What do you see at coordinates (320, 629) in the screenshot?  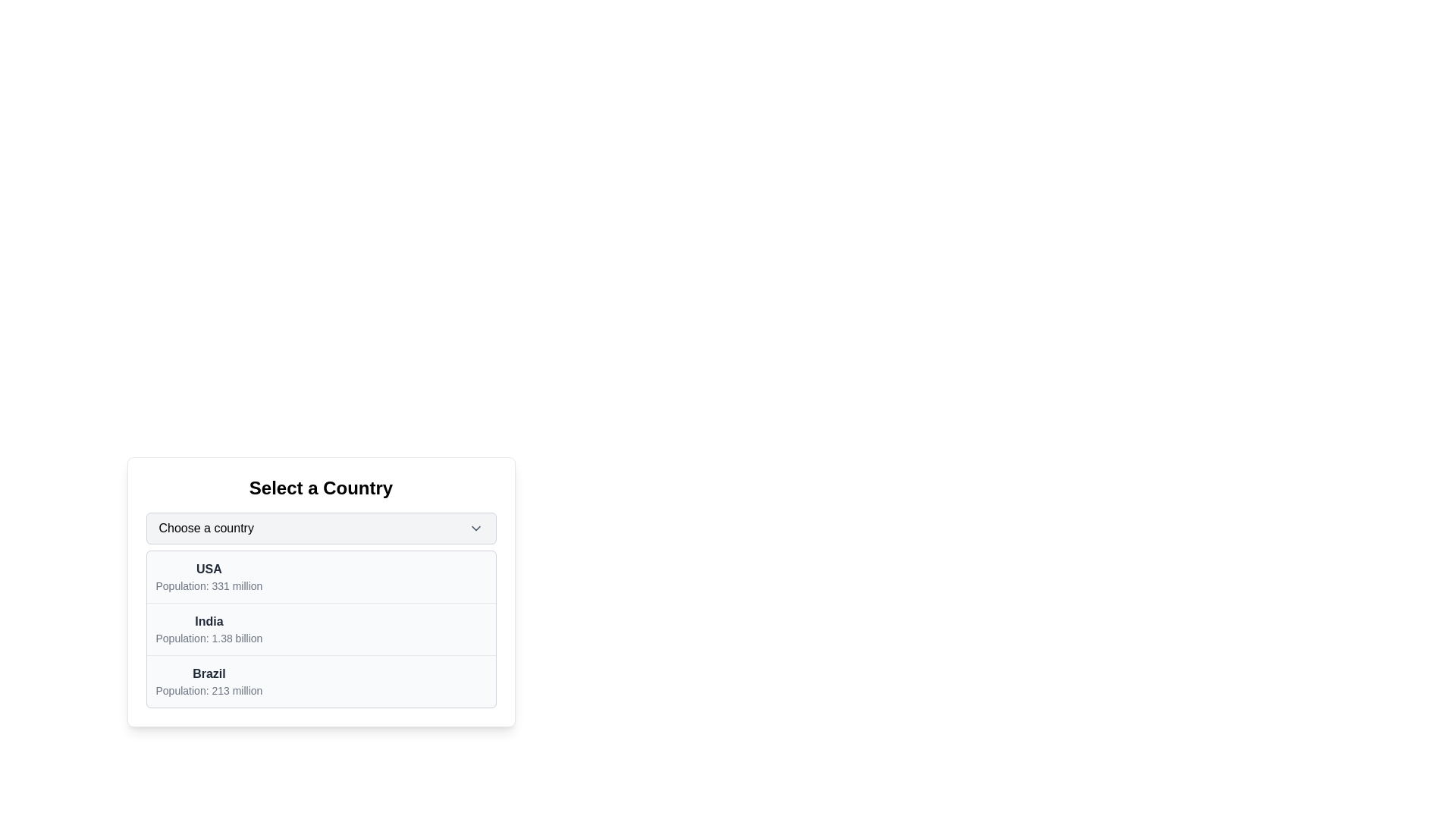 I see `the list item displaying 'India' with the population information` at bounding box center [320, 629].